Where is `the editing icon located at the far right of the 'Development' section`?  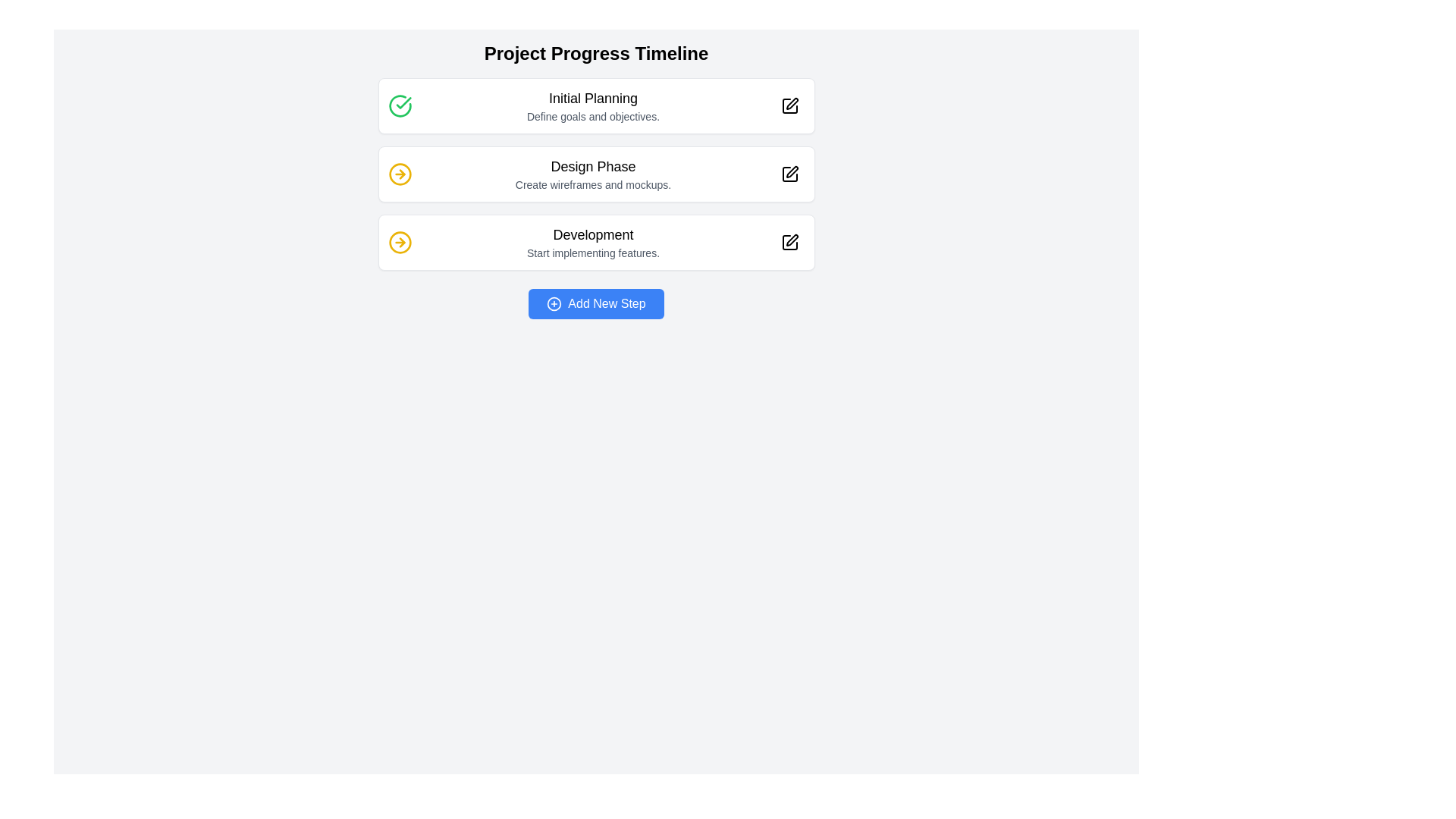
the editing icon located at the far right of the 'Development' section is located at coordinates (789, 242).